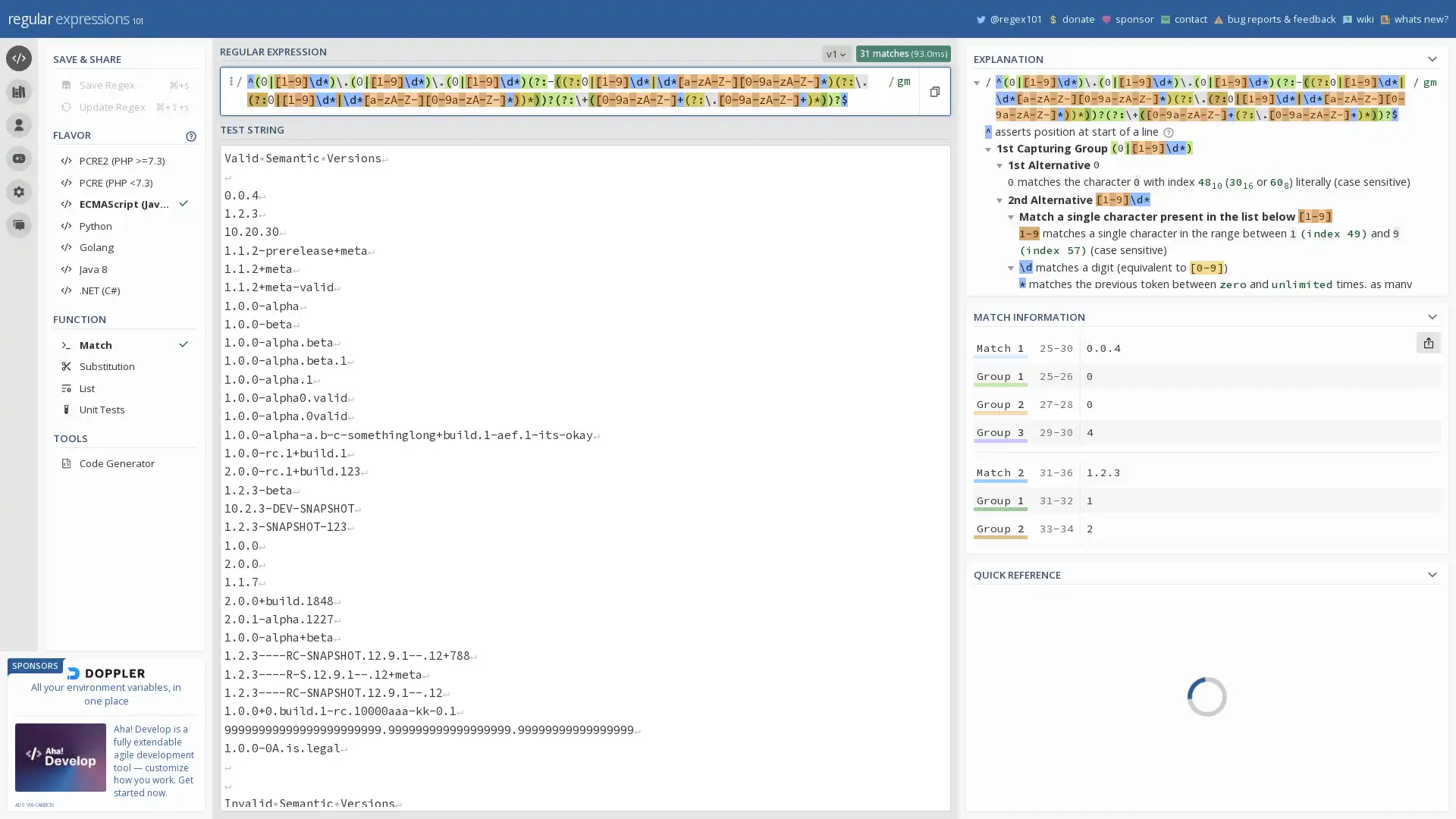  I want to click on Collapse Subtree, so click(1013, 593).